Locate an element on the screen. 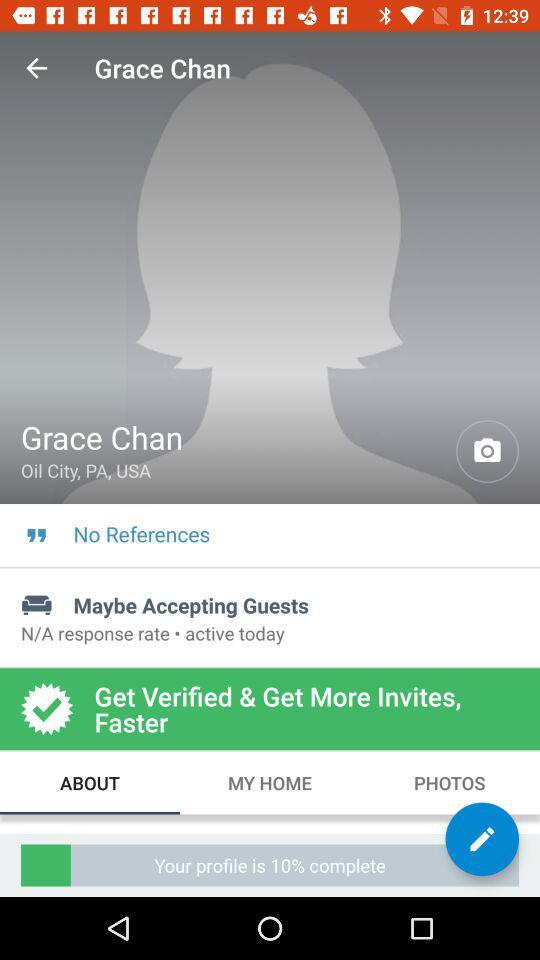 The width and height of the screenshot is (540, 960). the icon next to grace chan item is located at coordinates (486, 451).